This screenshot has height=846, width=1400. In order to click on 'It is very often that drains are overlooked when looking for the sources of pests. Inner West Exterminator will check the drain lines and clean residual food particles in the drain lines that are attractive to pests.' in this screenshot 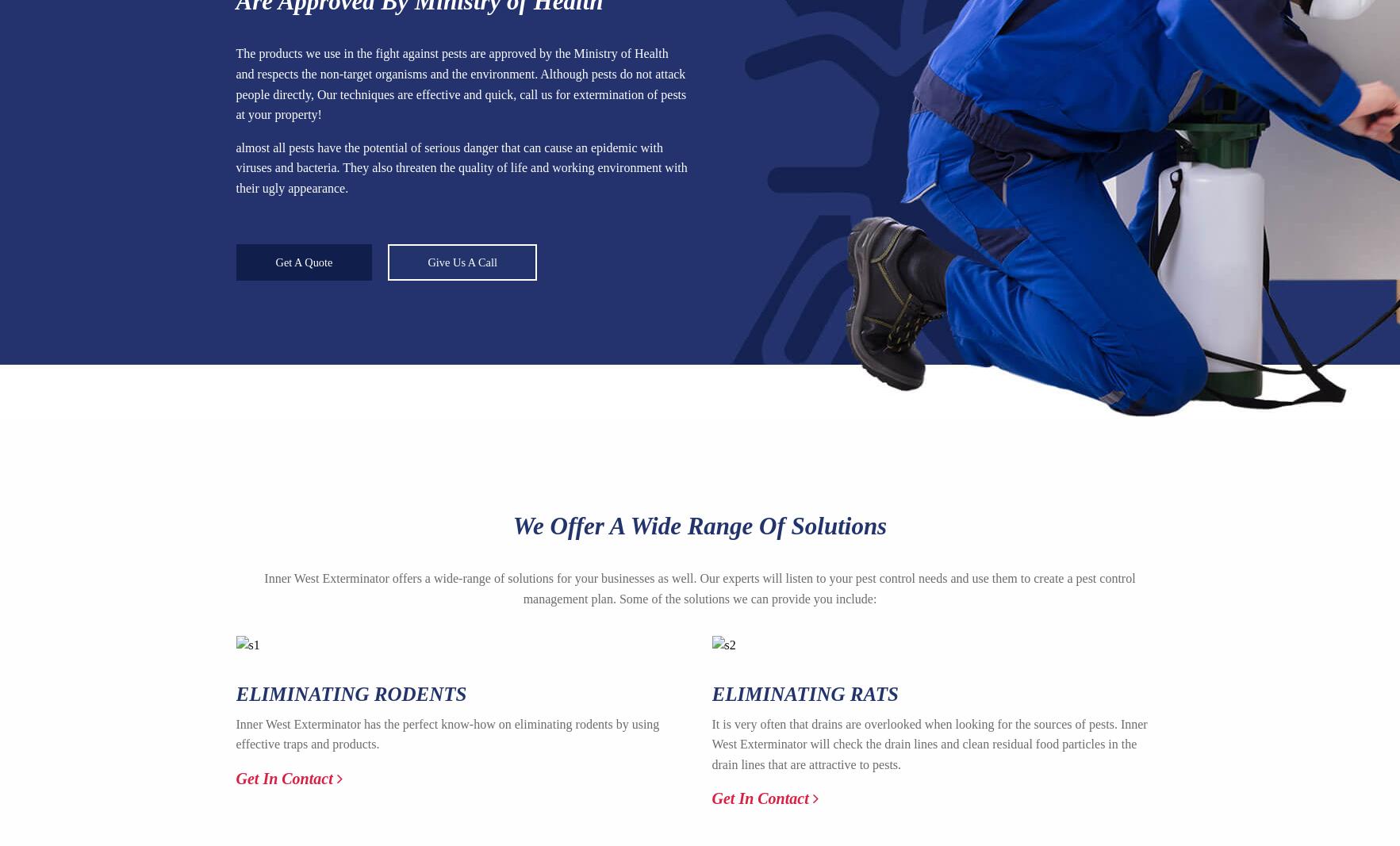, I will do `click(929, 743)`.